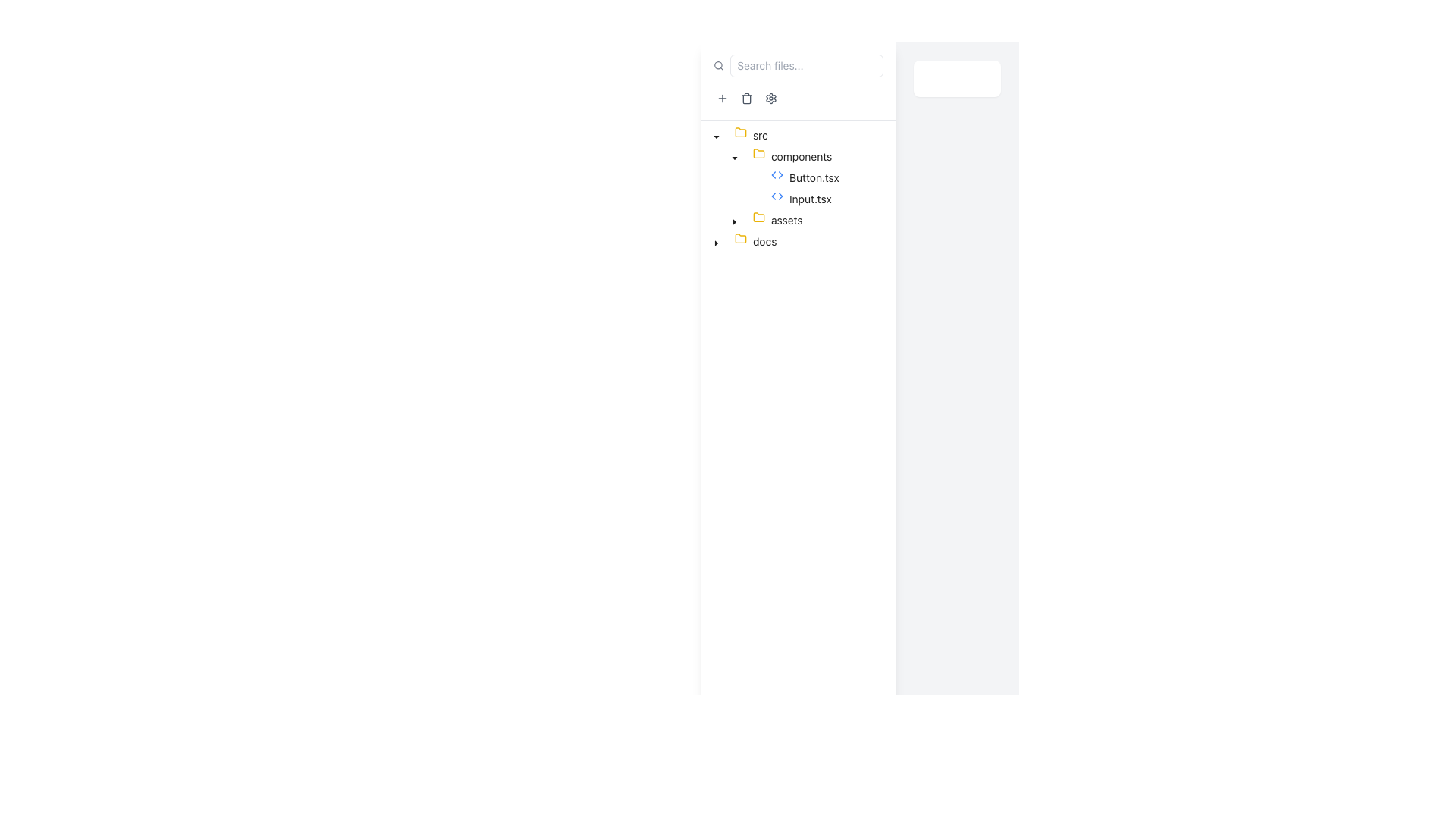 The image size is (1456, 819). What do you see at coordinates (759, 217) in the screenshot?
I see `the yellow folder icon representing the 'assets' directory in the file hierarchy` at bounding box center [759, 217].